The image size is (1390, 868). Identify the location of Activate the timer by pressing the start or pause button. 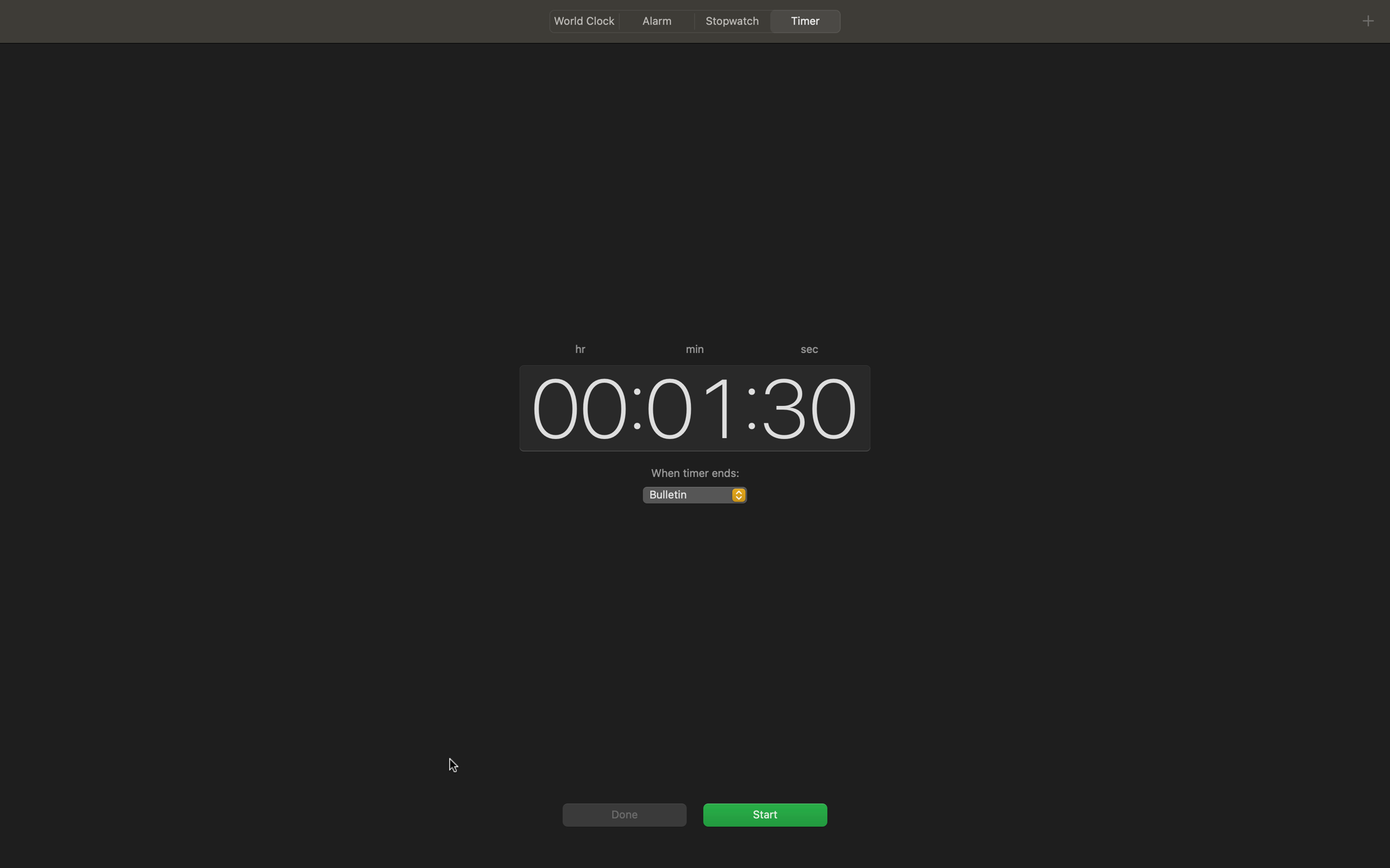
(764, 813).